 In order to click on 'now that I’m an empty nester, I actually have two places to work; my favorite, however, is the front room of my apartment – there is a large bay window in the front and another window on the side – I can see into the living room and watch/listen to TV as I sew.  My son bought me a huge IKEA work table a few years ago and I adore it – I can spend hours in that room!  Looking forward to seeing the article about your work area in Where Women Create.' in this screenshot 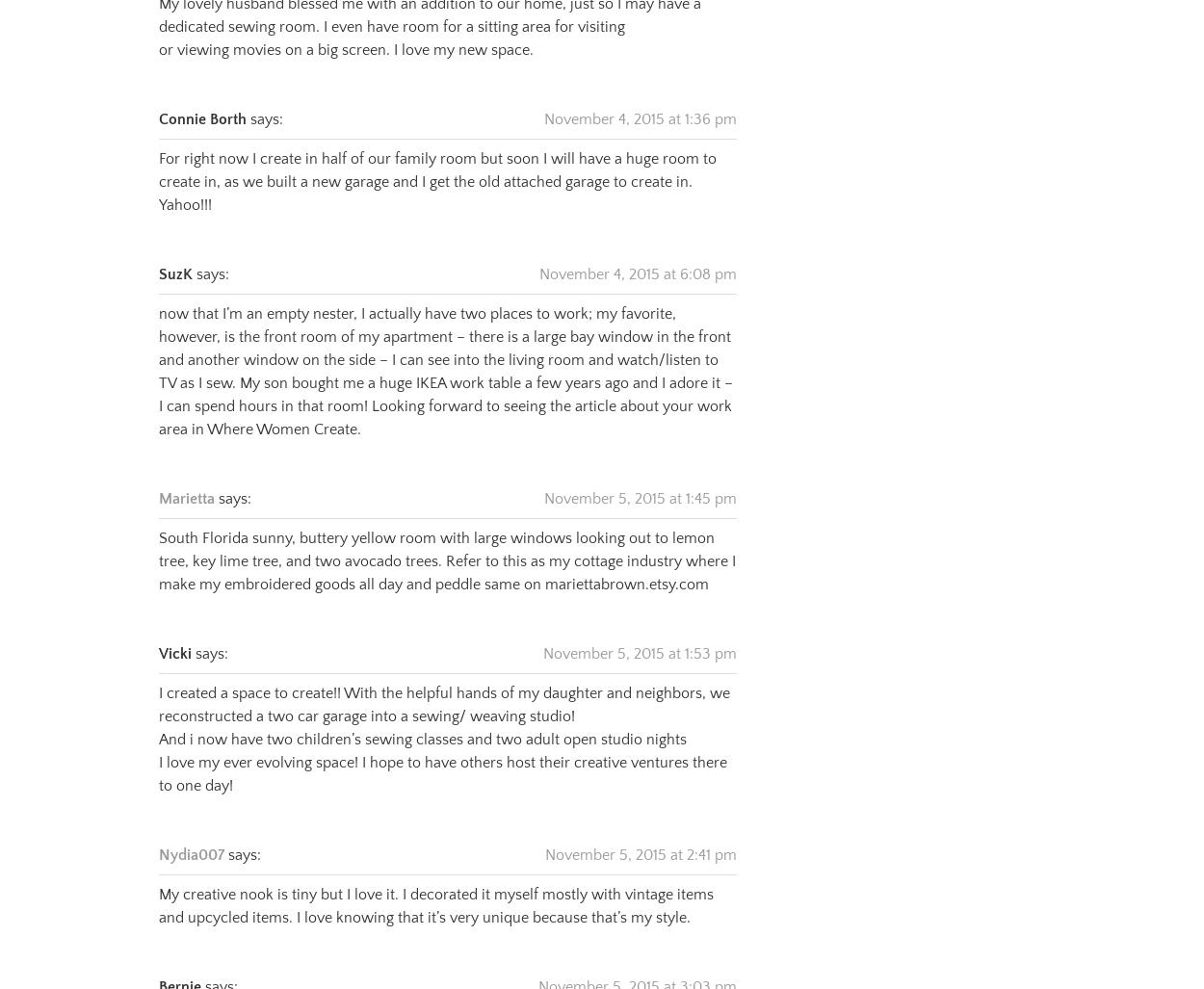, I will do `click(445, 347)`.